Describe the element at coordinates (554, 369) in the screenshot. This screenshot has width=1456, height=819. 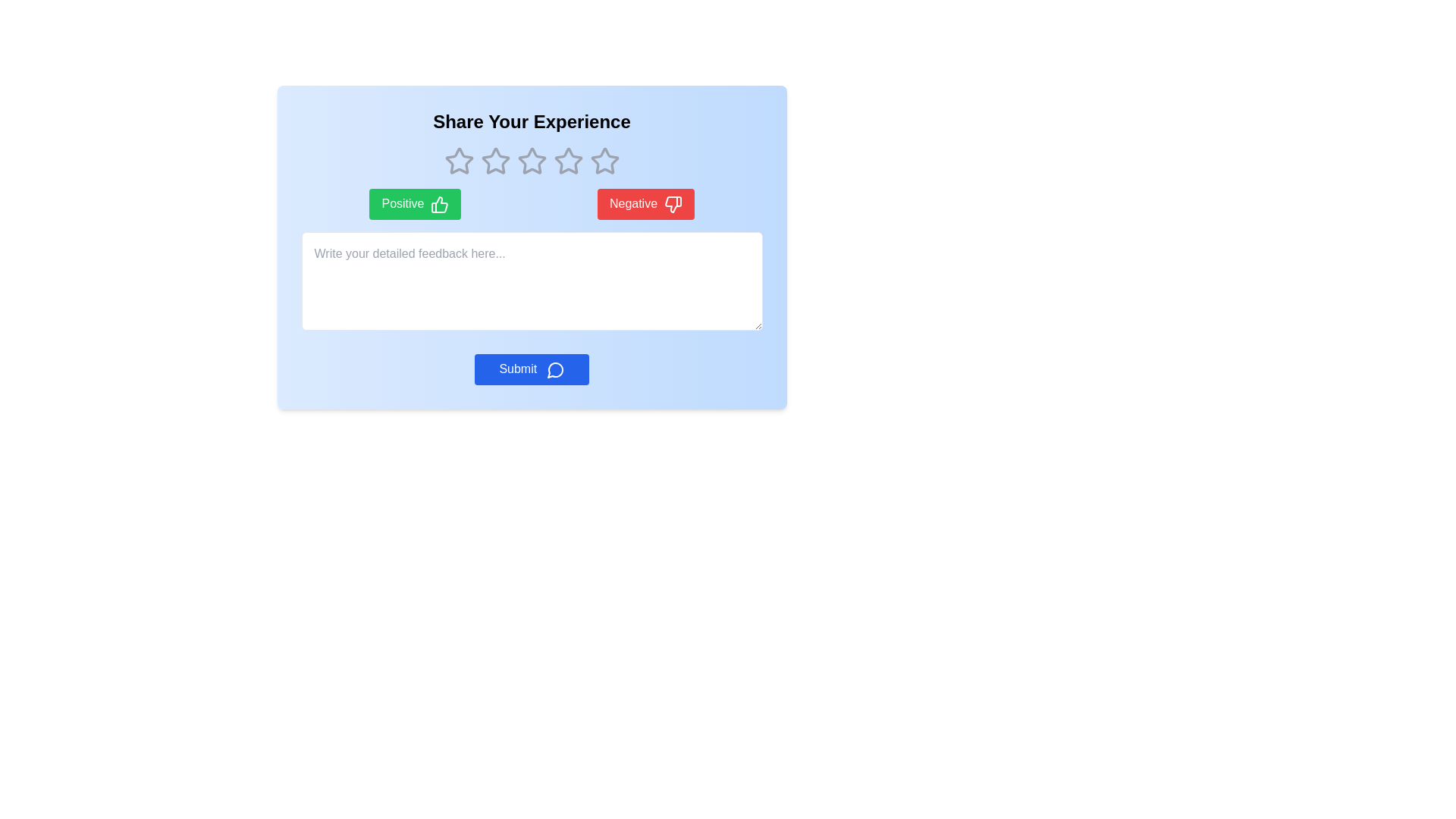
I see `the embellishment icon located at the right end of the blue 'Submit' button at the bottom center of the interface` at that location.